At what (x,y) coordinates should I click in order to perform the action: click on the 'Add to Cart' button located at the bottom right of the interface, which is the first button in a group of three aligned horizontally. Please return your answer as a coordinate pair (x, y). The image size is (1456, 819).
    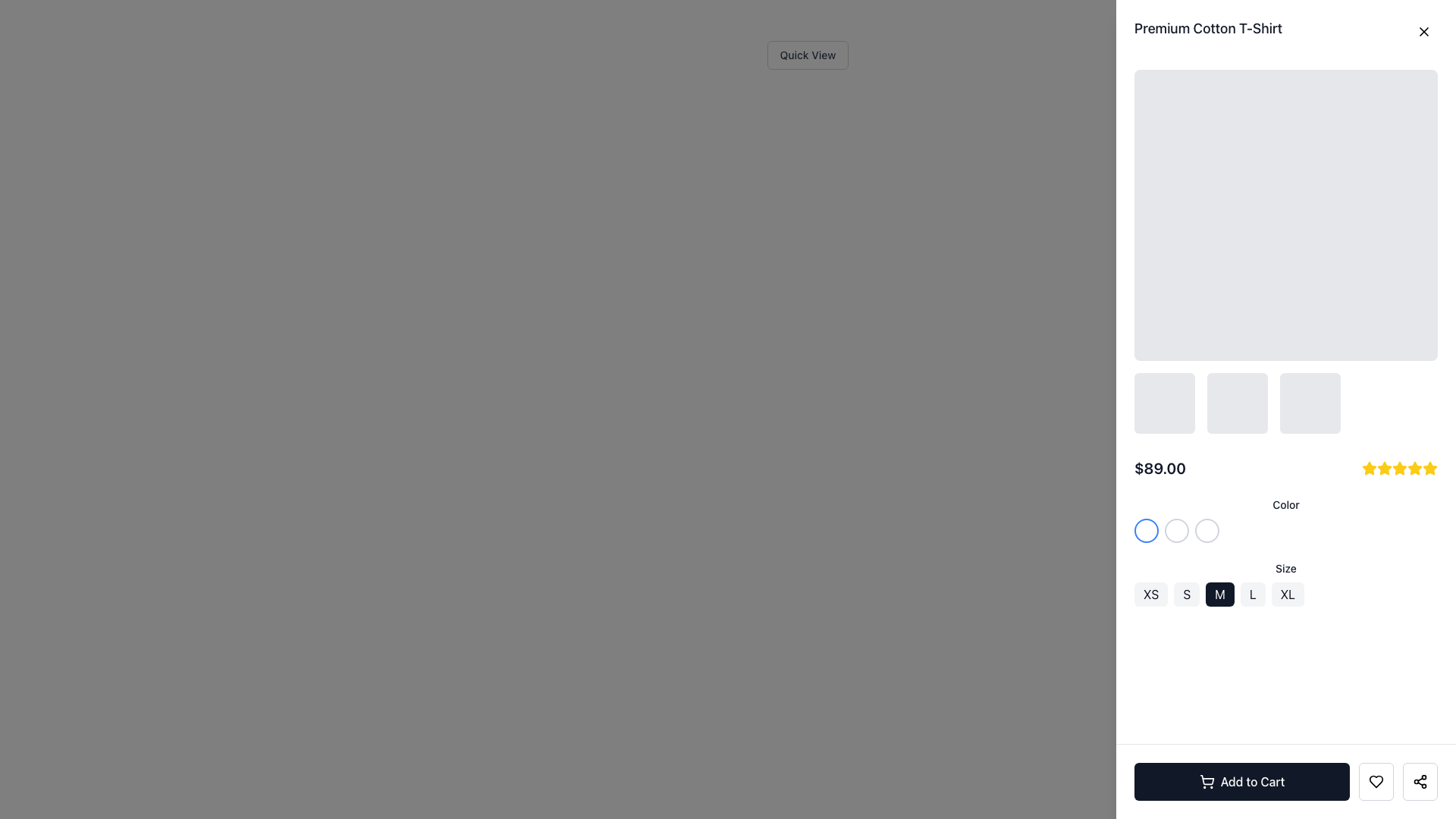
    Looking at the image, I should click on (1241, 781).